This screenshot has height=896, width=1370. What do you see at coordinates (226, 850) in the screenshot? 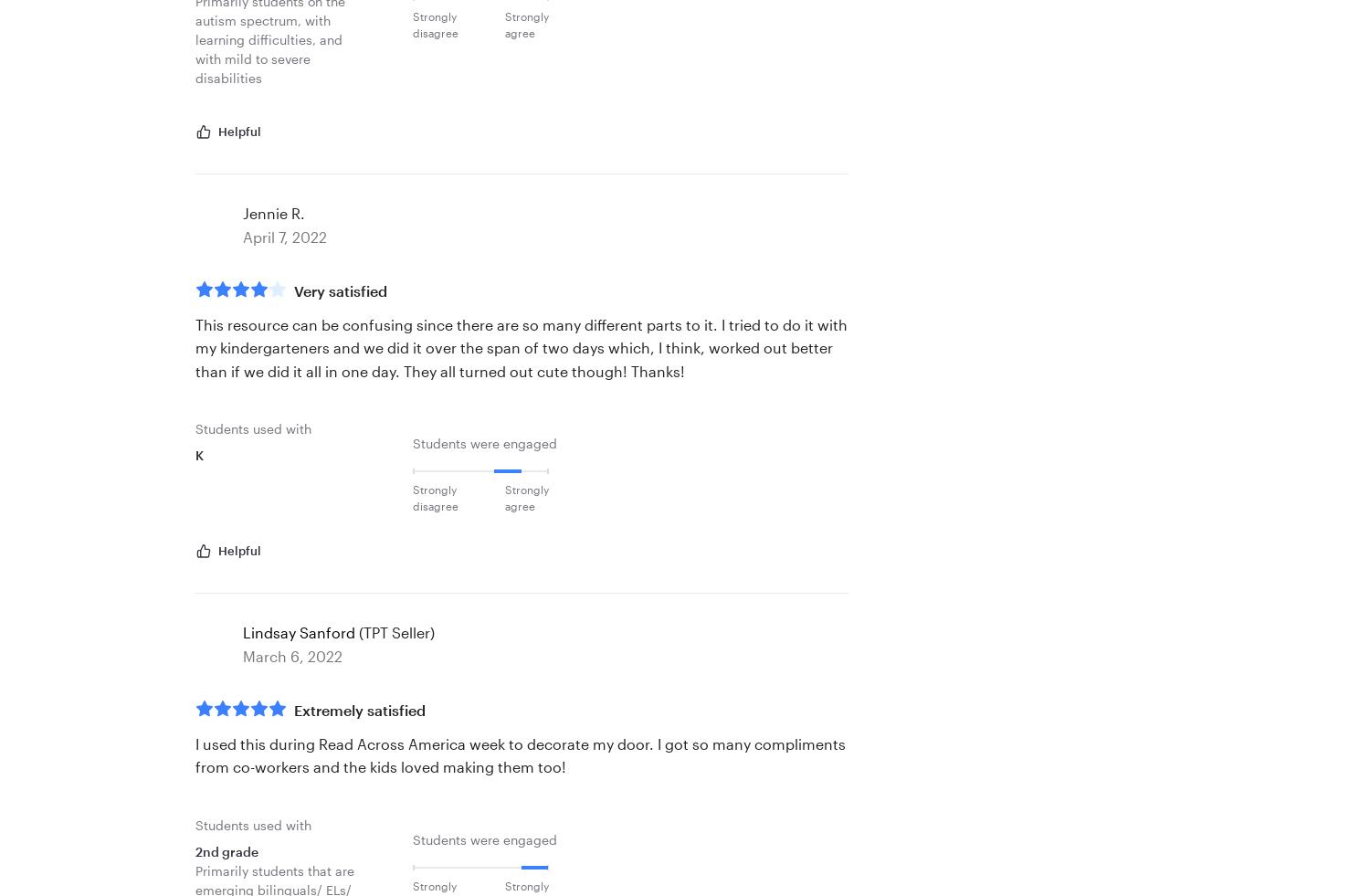
I see `'2nd grade'` at bounding box center [226, 850].